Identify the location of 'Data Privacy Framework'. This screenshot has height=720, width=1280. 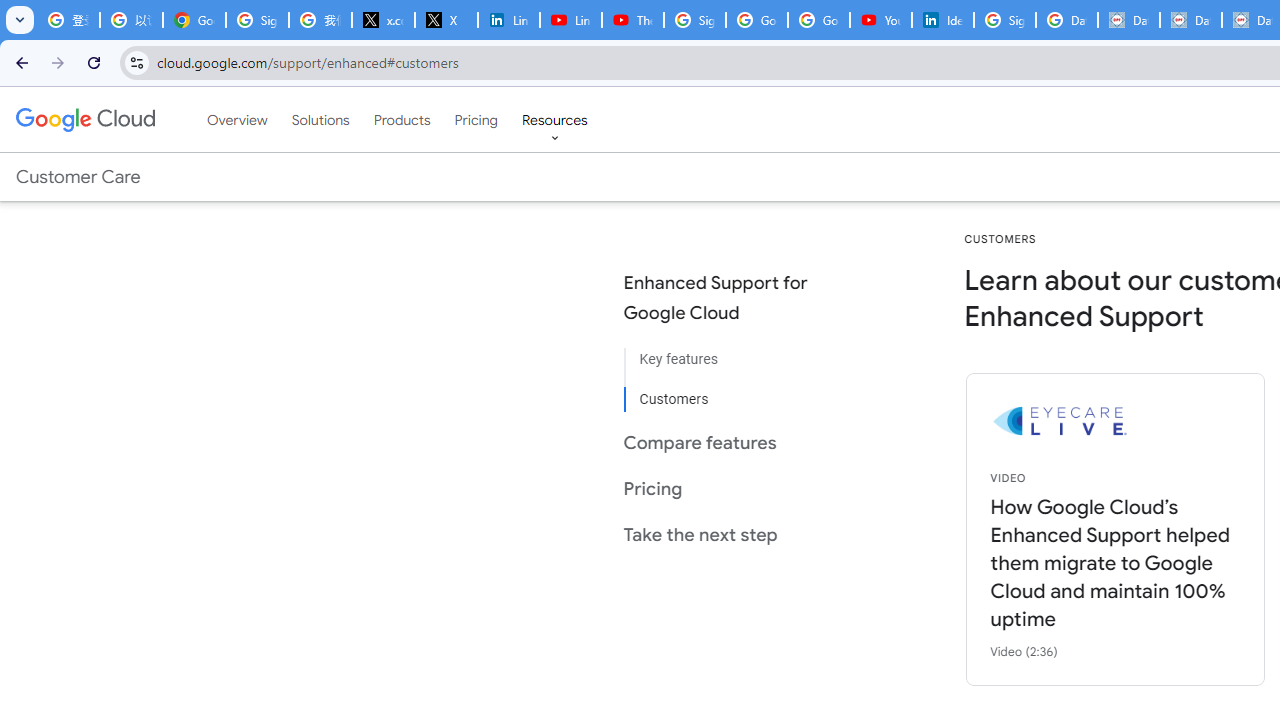
(1128, 20).